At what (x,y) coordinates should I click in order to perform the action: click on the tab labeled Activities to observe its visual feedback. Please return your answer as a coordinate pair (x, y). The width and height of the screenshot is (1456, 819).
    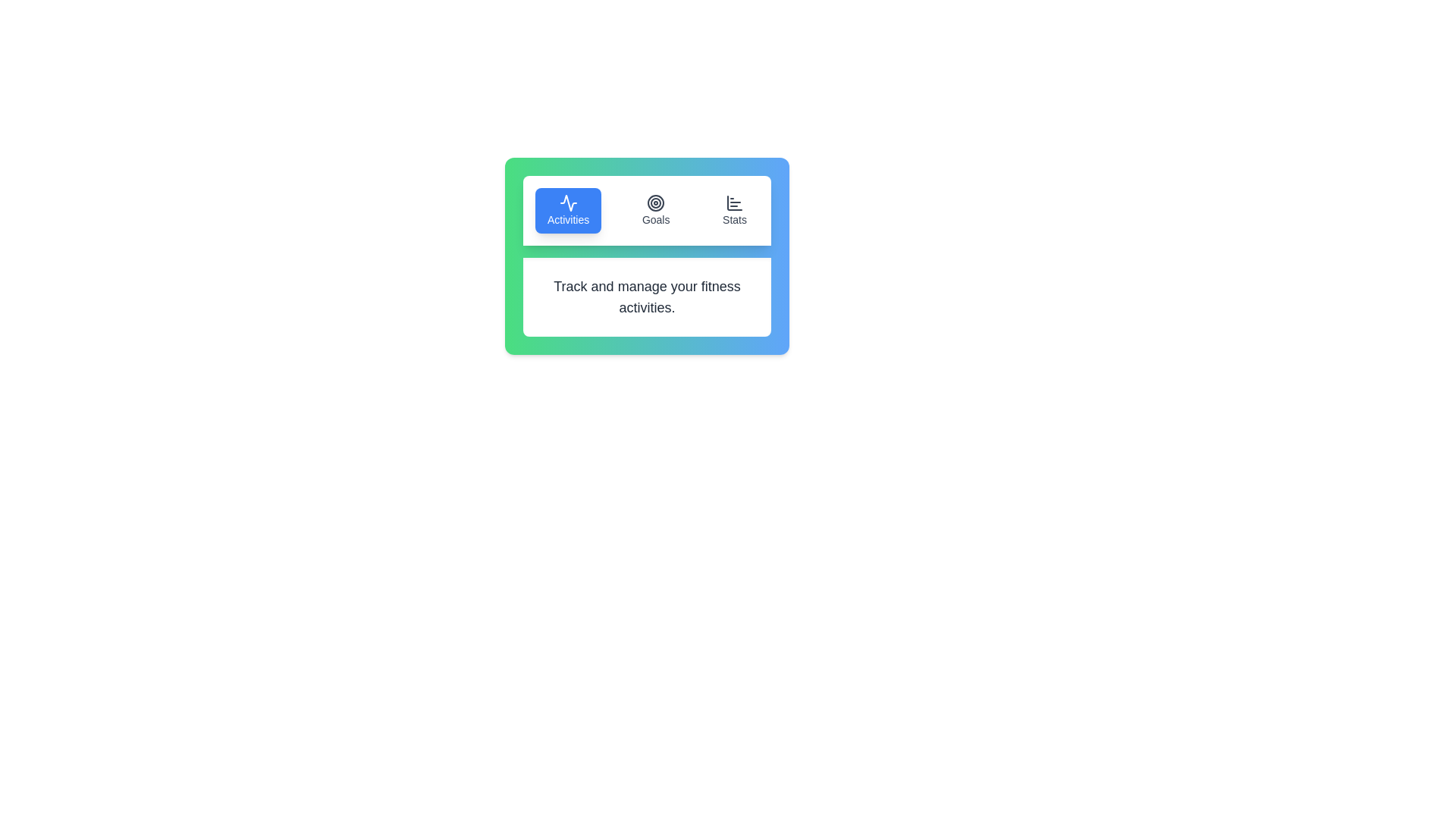
    Looking at the image, I should click on (567, 210).